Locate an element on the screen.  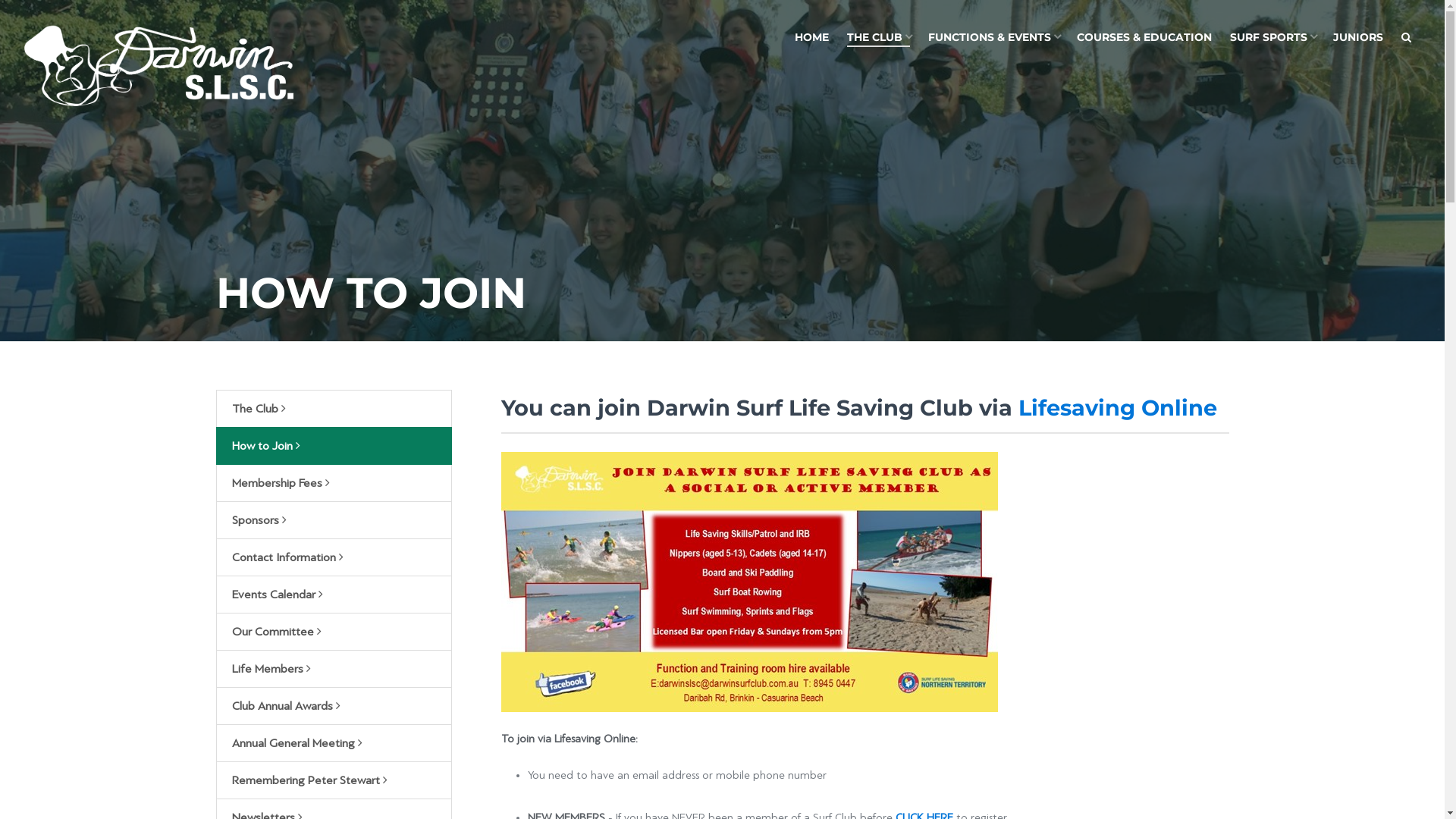
'HOME' is located at coordinates (811, 36).